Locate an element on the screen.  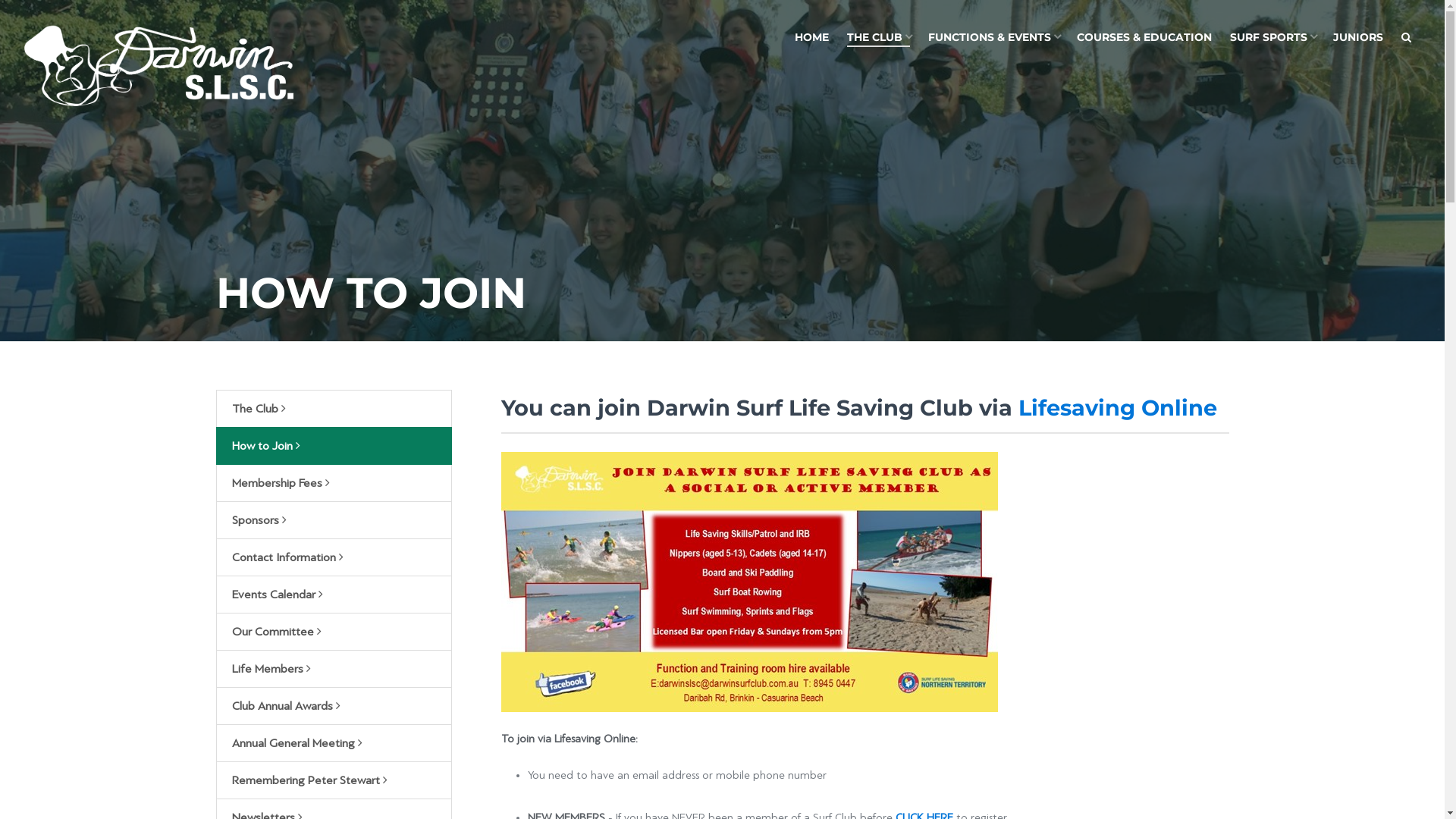
'HOME' is located at coordinates (811, 36).